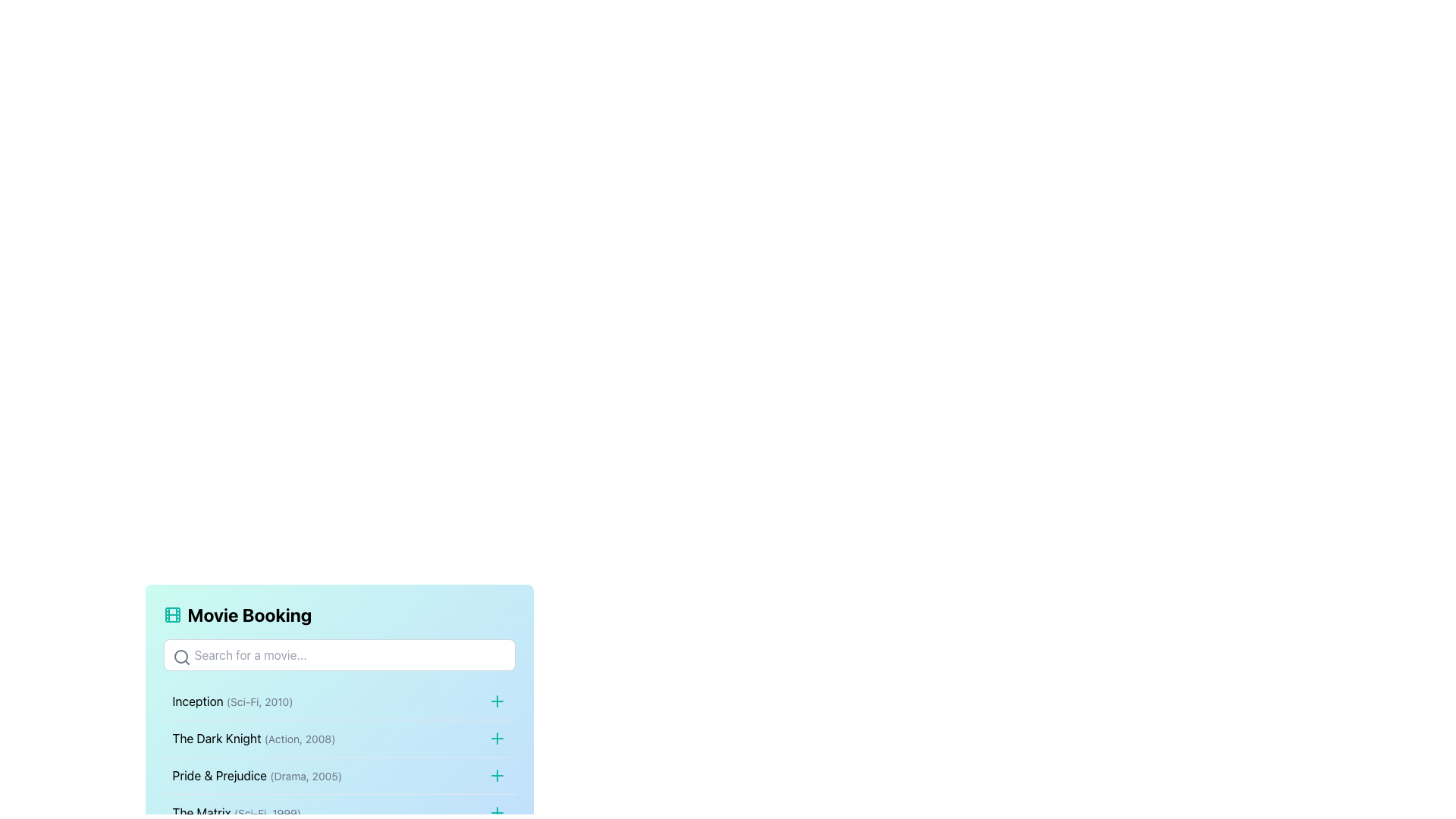  I want to click on the filled circle that represents the lens of the search icon located at the left-top corner of the search input field, so click(180, 656).